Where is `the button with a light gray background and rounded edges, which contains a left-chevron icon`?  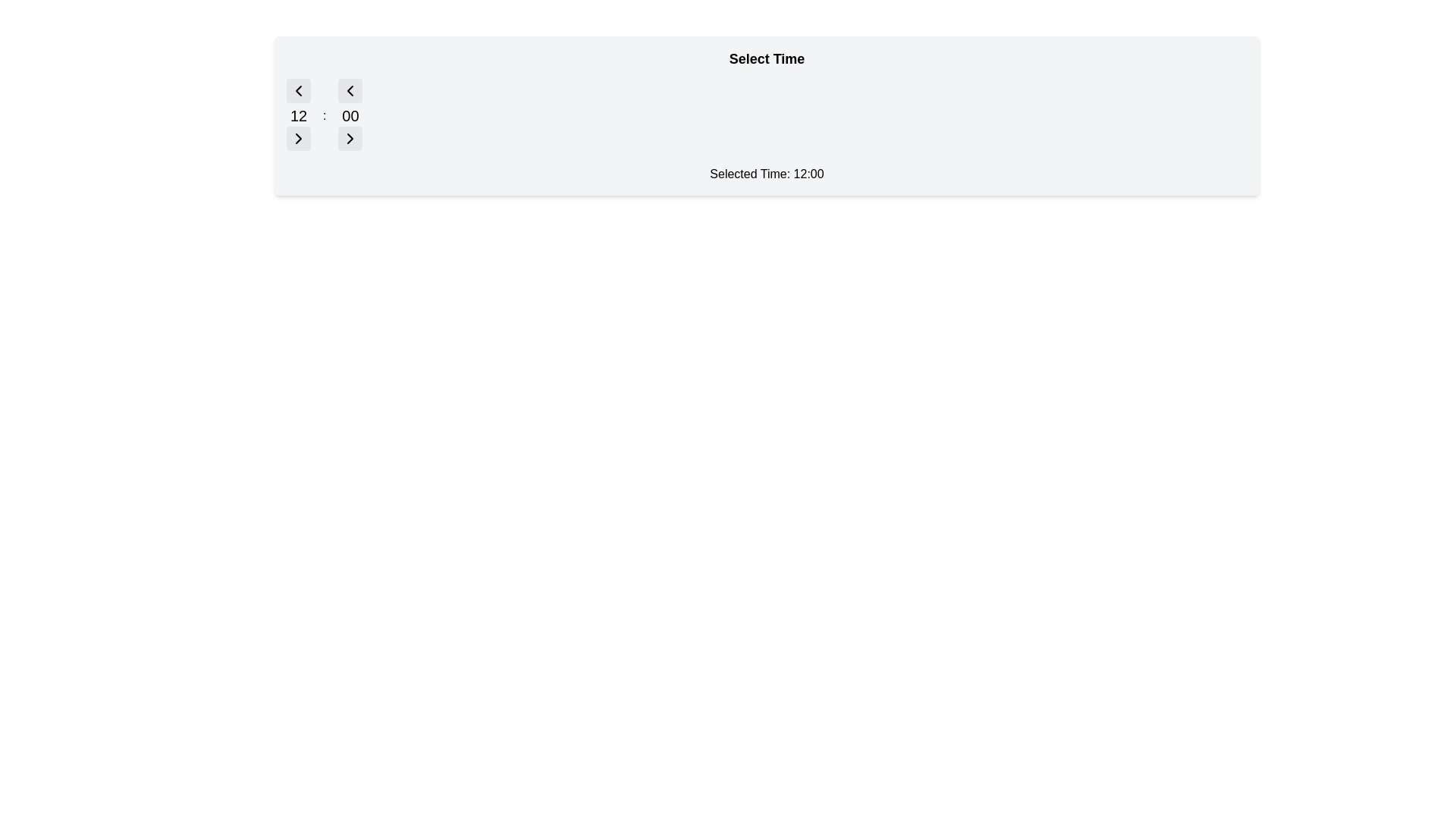
the button with a light gray background and rounded edges, which contains a left-chevron icon is located at coordinates (298, 90).